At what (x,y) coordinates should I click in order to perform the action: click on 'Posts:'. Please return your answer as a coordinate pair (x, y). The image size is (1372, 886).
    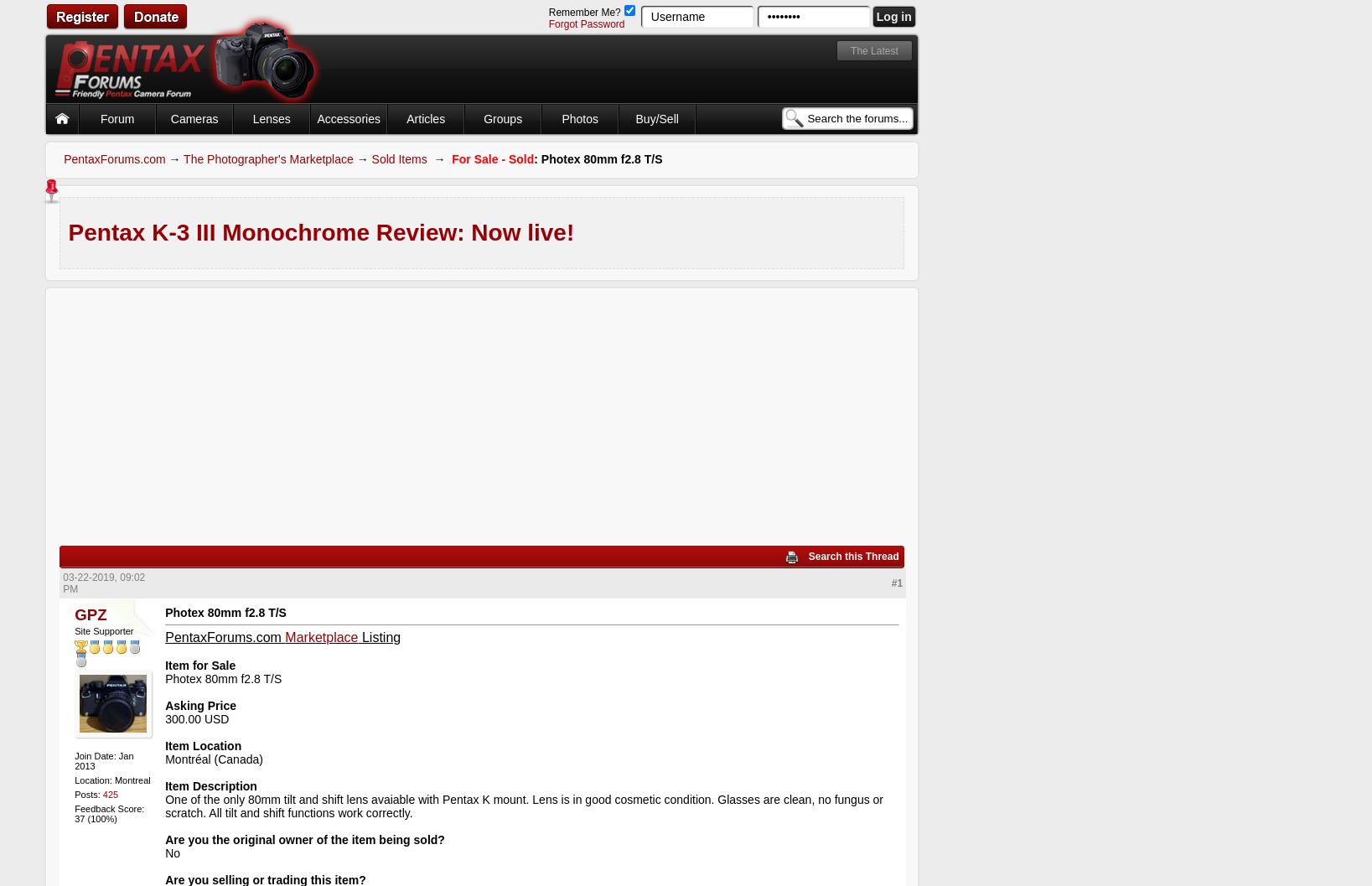
    Looking at the image, I should click on (88, 793).